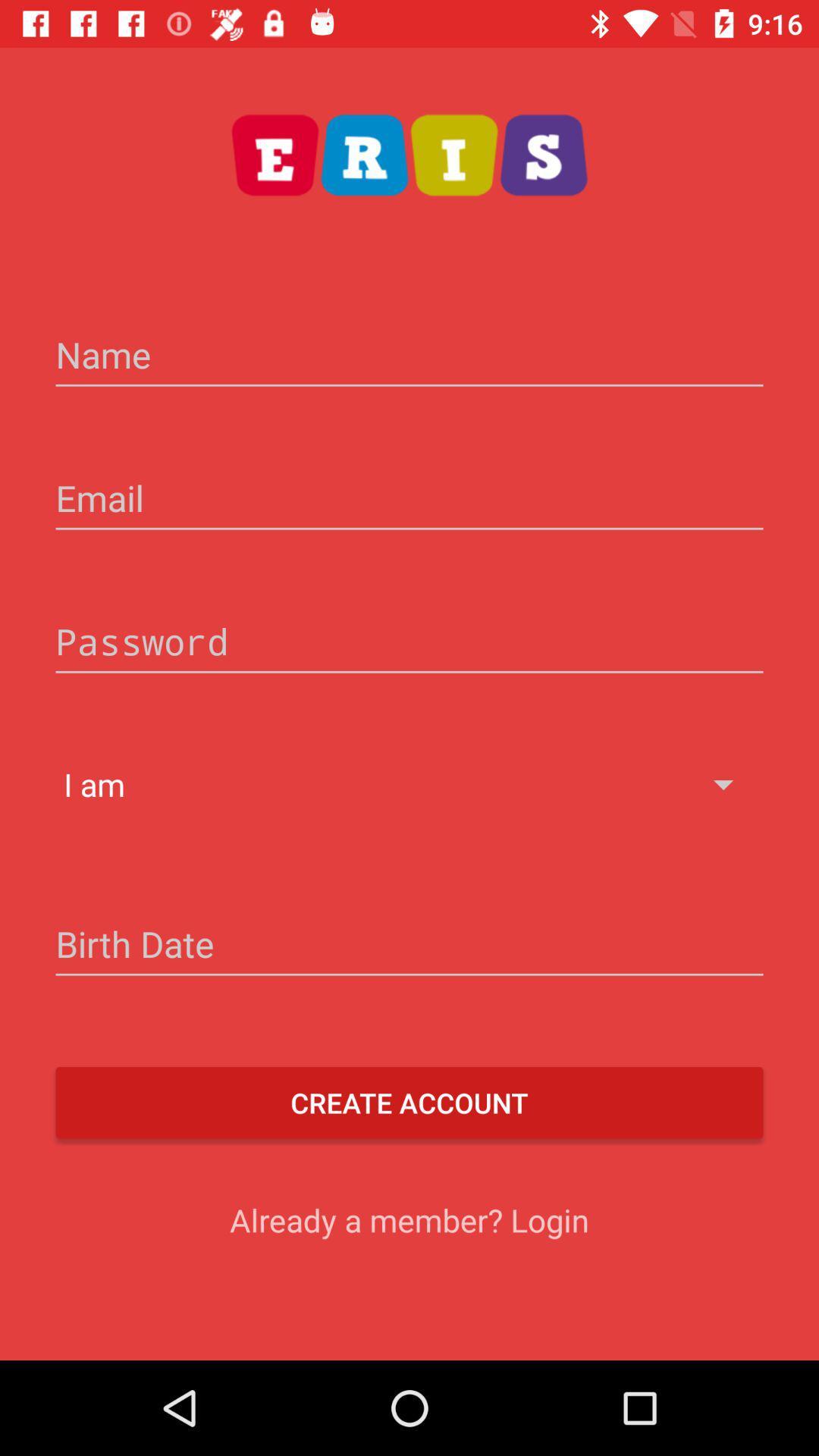 This screenshot has height=1456, width=819. What do you see at coordinates (409, 1103) in the screenshot?
I see `the create account item` at bounding box center [409, 1103].